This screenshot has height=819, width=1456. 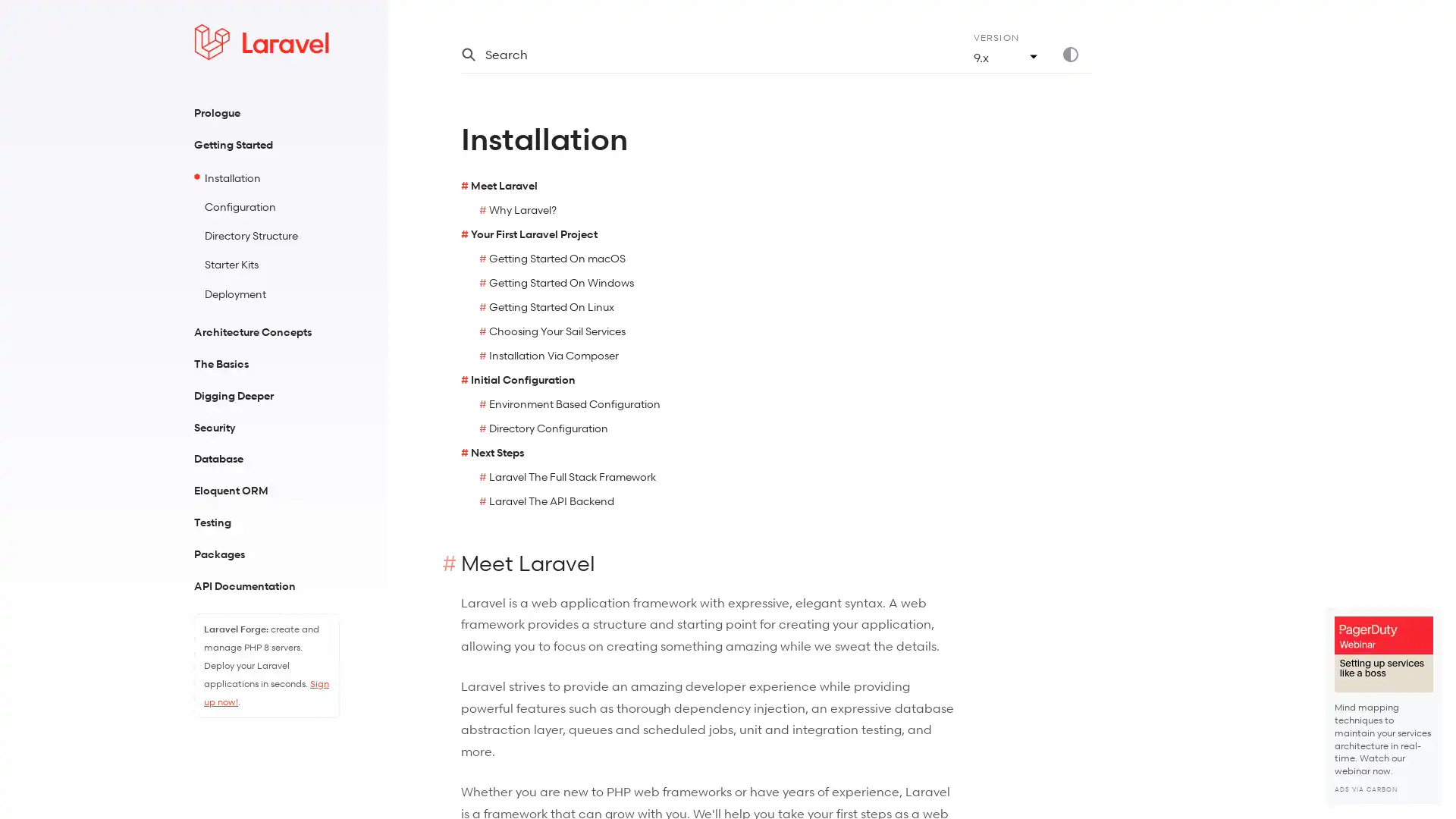 What do you see at coordinates (698, 54) in the screenshot?
I see `Search` at bounding box center [698, 54].